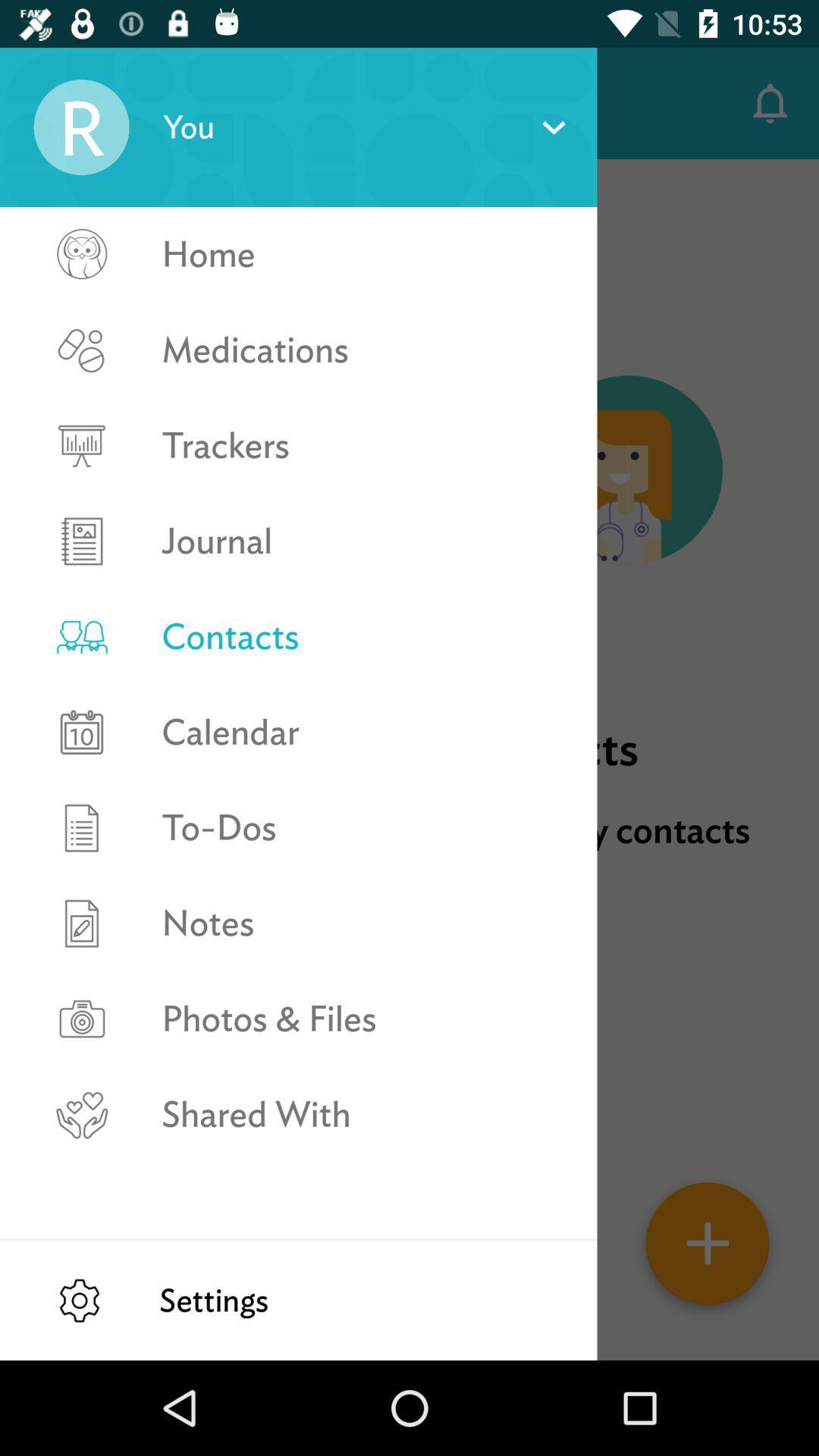  What do you see at coordinates (81, 397) in the screenshot?
I see `medications trackers` at bounding box center [81, 397].